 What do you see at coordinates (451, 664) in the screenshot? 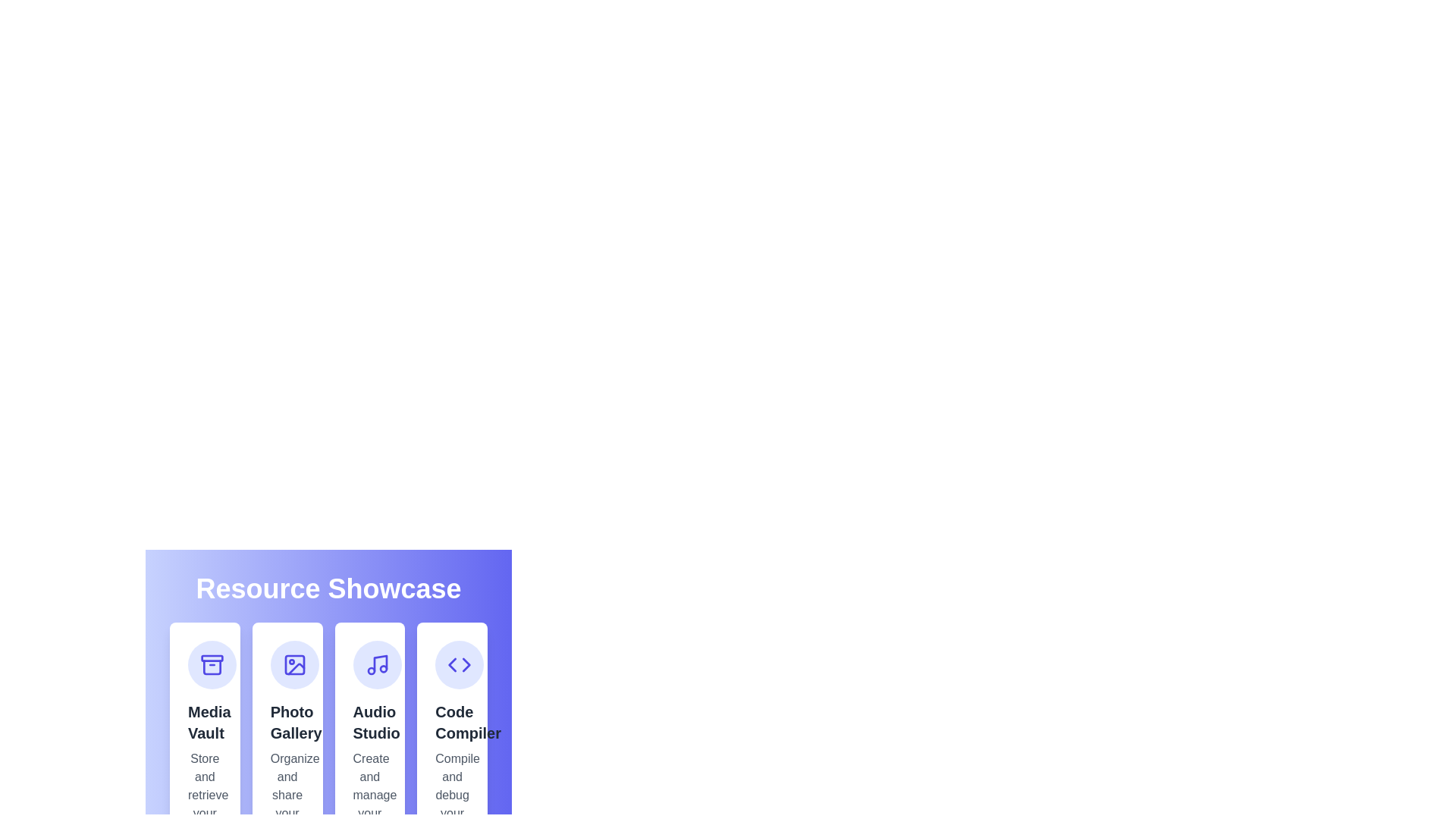
I see `the leftward arrowhead in the SVG graphic located in the rightmost column of the 'Code Compiler' section, which symbolizes navigation or directional actions` at bounding box center [451, 664].